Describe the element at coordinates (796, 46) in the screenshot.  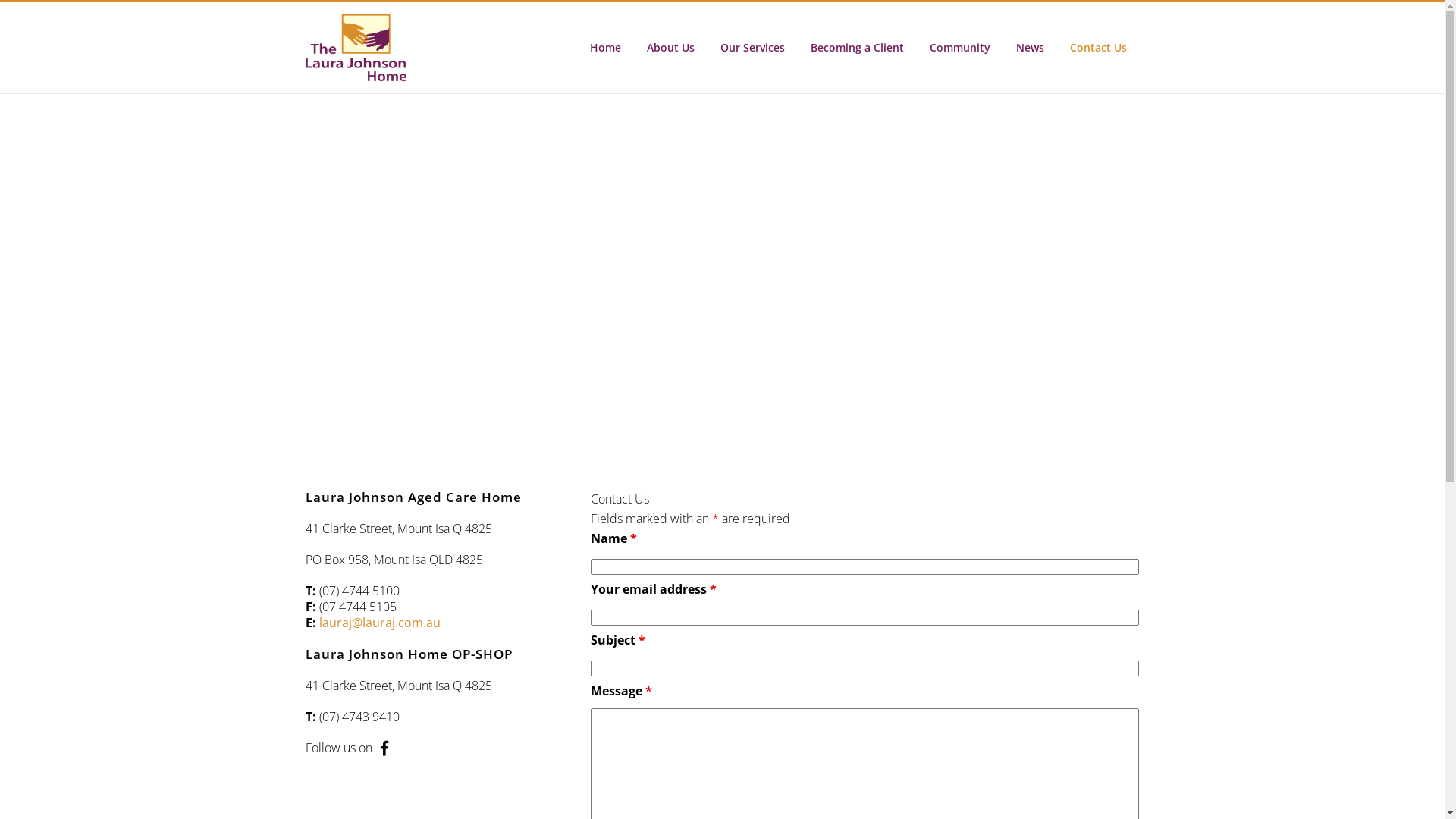
I see `'Becoming a Client'` at that location.